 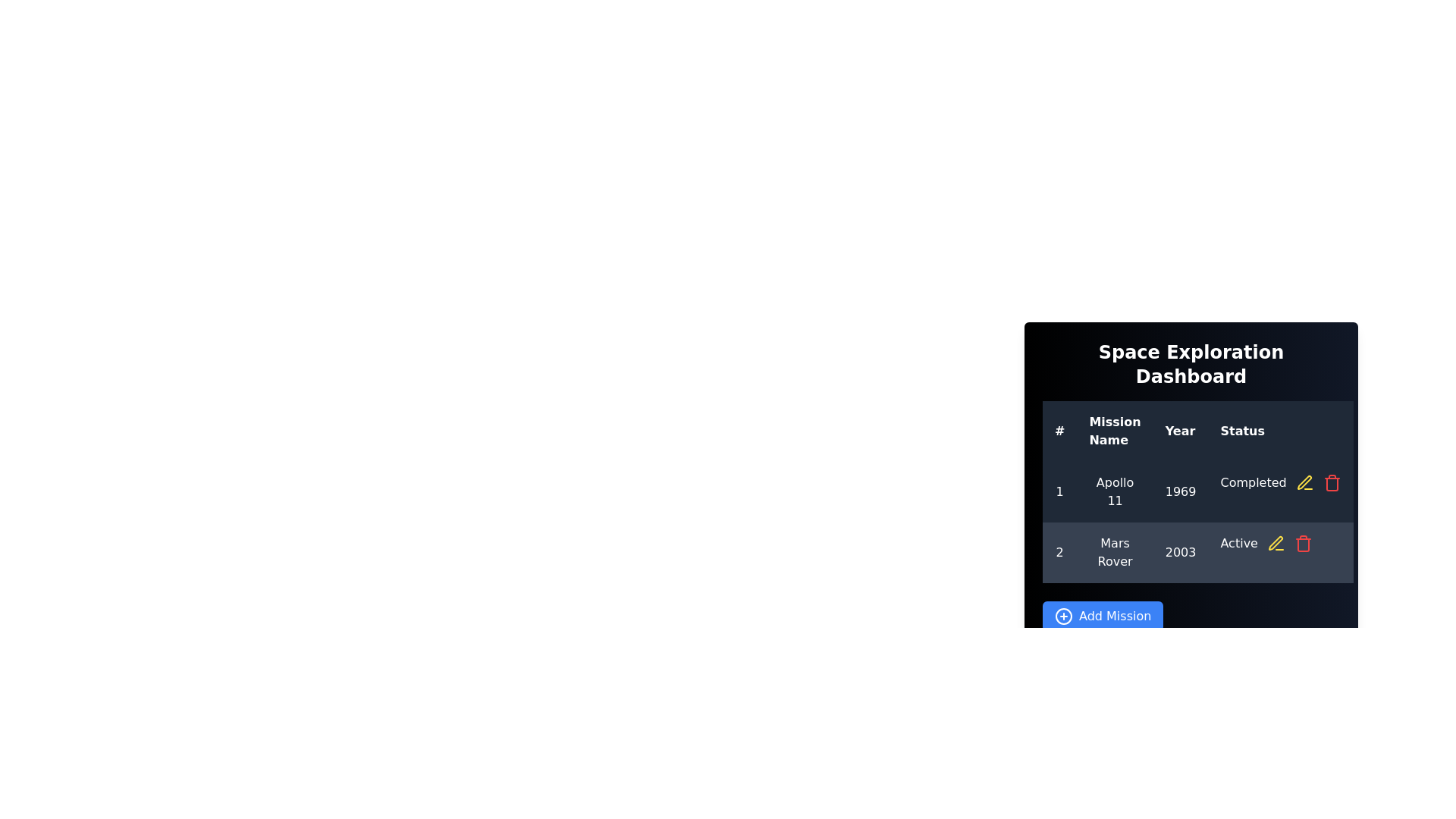 What do you see at coordinates (1115, 553) in the screenshot?
I see `the text label identifying the mission name 'Mars Rover' located in the second row under the 'Mission Name' column of the data table` at bounding box center [1115, 553].